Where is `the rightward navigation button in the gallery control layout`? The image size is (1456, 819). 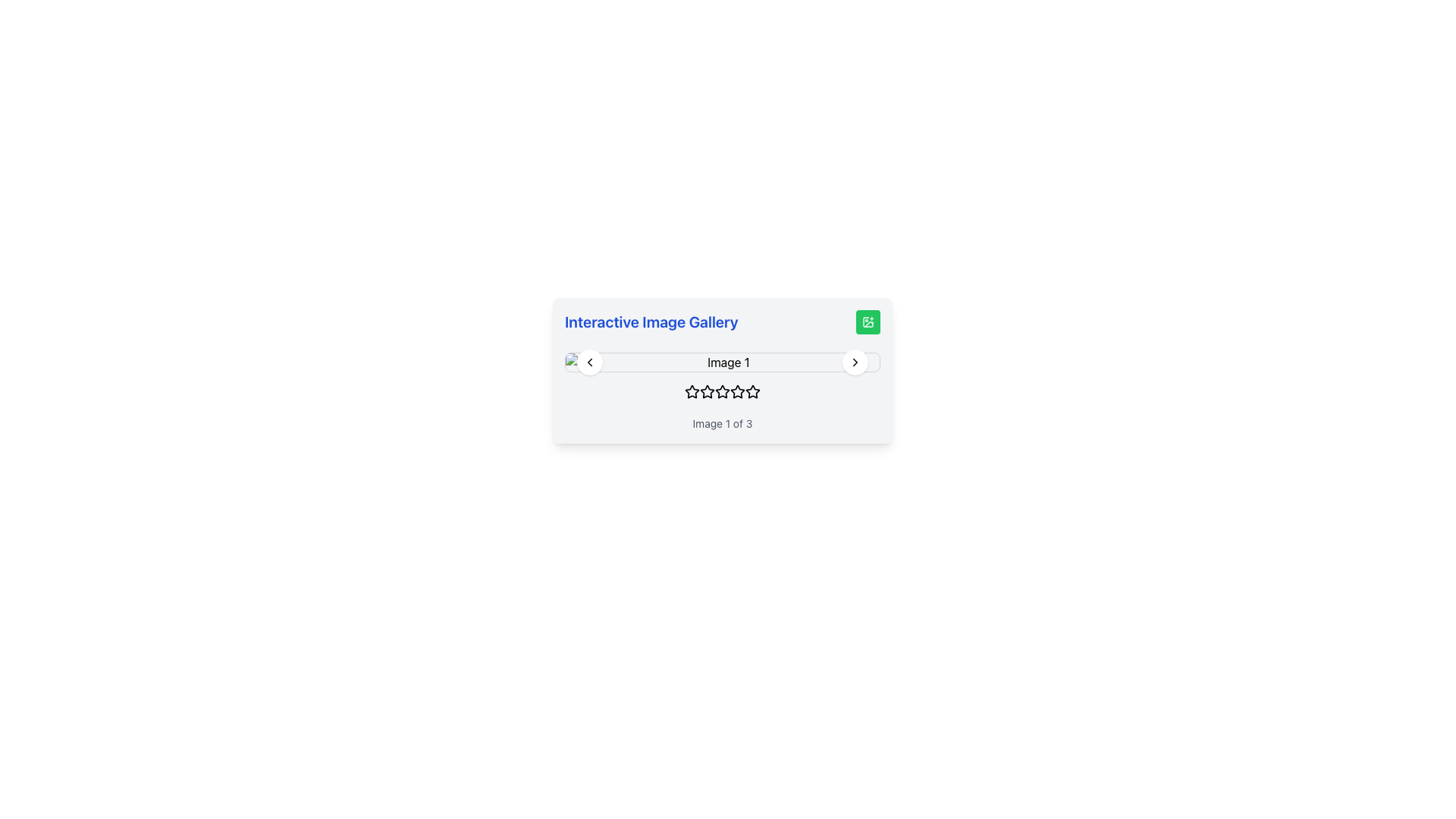
the rightward navigation button in the gallery control layout is located at coordinates (855, 362).